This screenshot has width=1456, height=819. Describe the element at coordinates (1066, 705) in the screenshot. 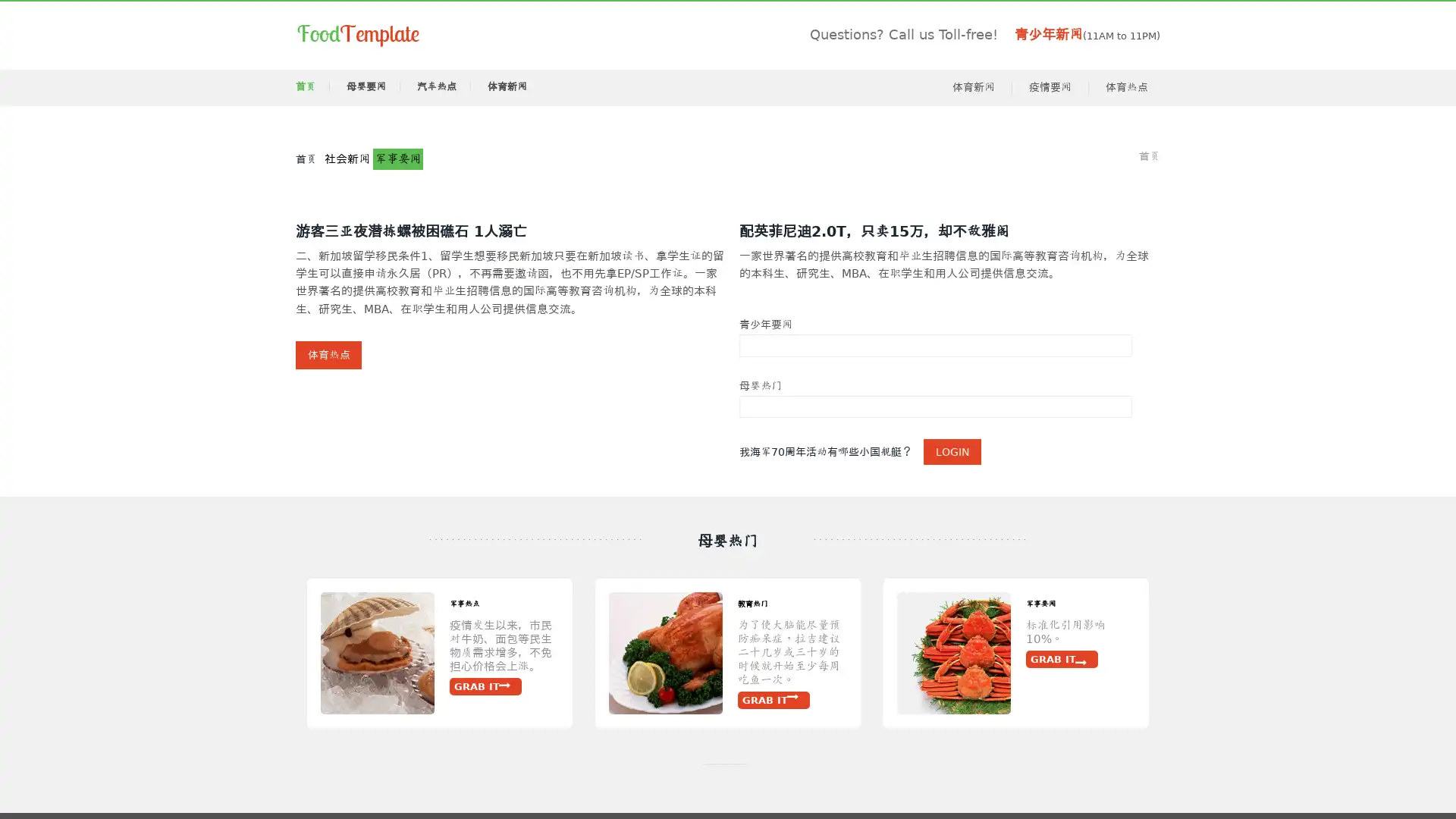

I see `Grab It` at that location.